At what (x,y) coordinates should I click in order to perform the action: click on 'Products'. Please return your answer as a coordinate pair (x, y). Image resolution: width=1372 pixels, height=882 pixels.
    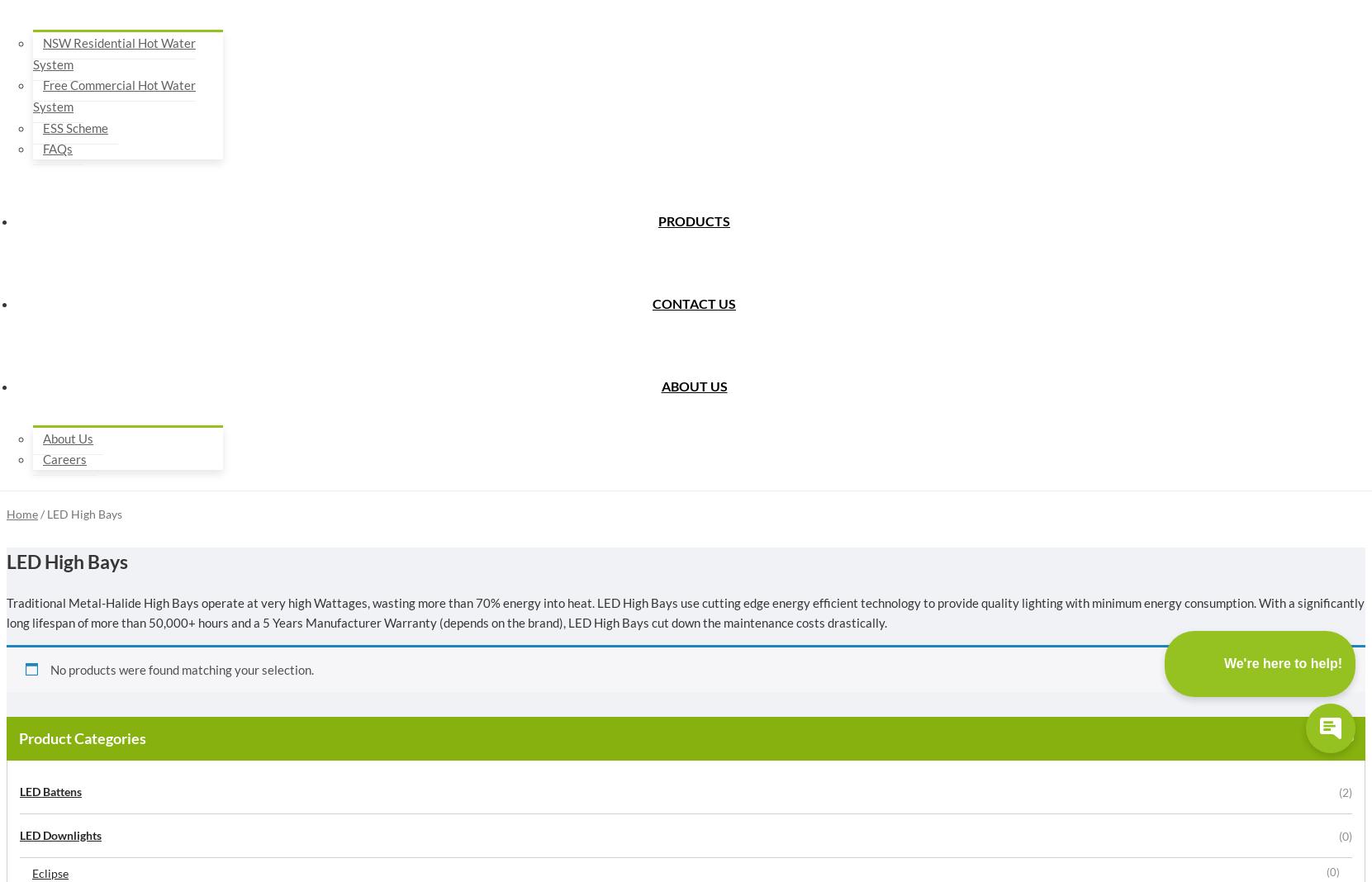
    Looking at the image, I should click on (694, 220).